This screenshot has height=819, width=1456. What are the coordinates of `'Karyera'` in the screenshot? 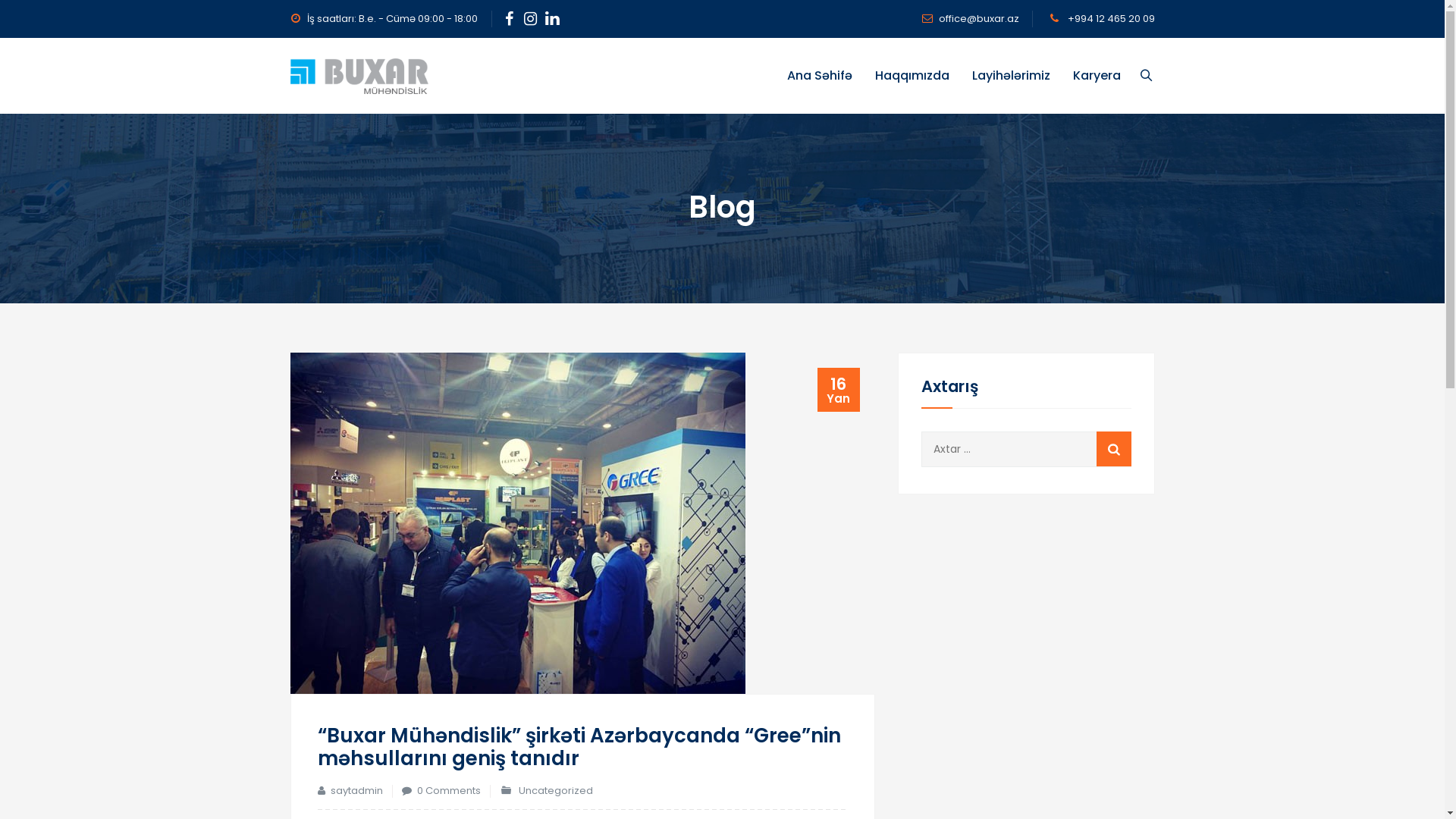 It's located at (1097, 76).